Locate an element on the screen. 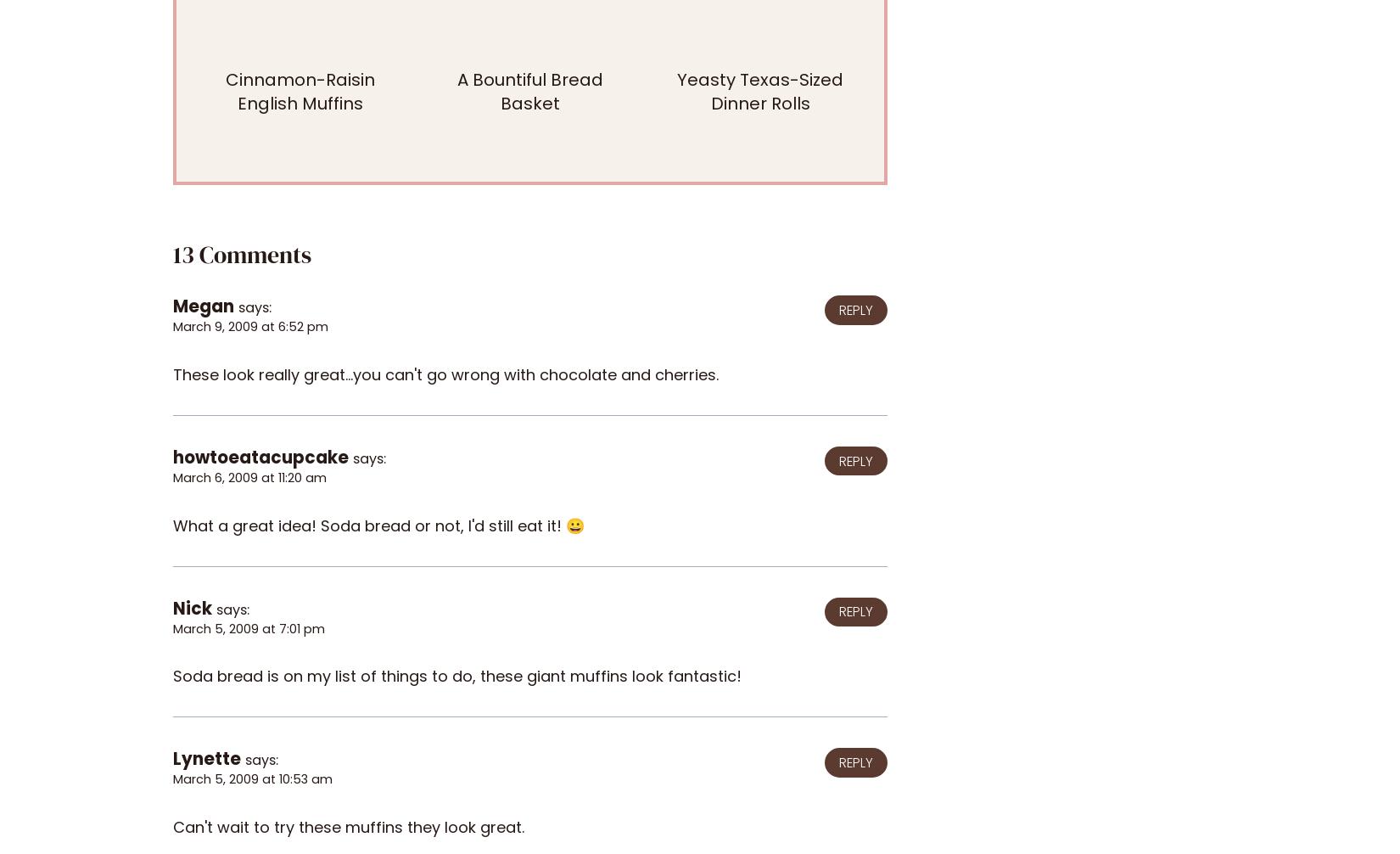  '13 Comments' is located at coordinates (242, 253).